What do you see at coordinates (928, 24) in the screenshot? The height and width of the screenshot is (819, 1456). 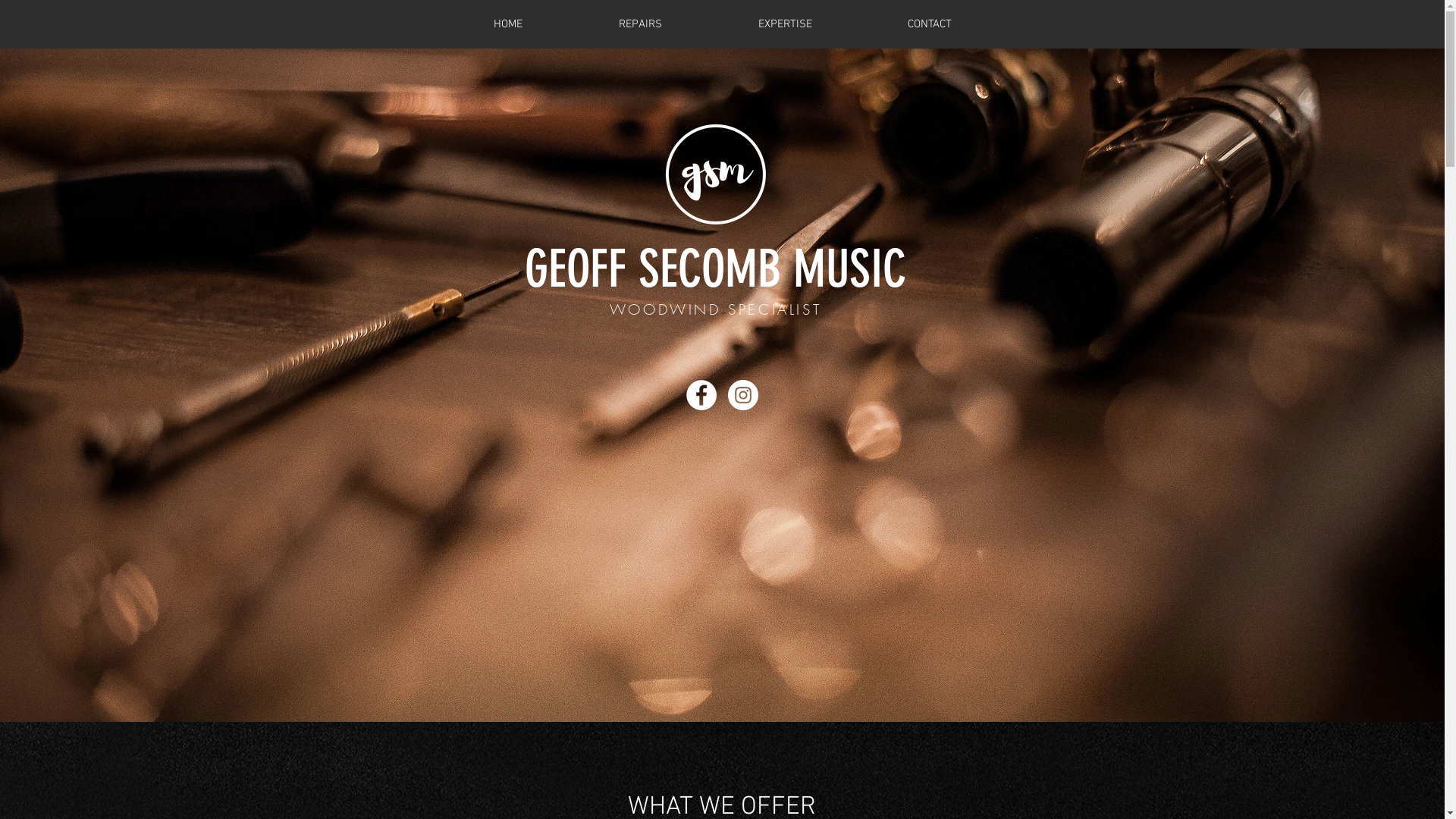 I see `'CONTACT'` at bounding box center [928, 24].